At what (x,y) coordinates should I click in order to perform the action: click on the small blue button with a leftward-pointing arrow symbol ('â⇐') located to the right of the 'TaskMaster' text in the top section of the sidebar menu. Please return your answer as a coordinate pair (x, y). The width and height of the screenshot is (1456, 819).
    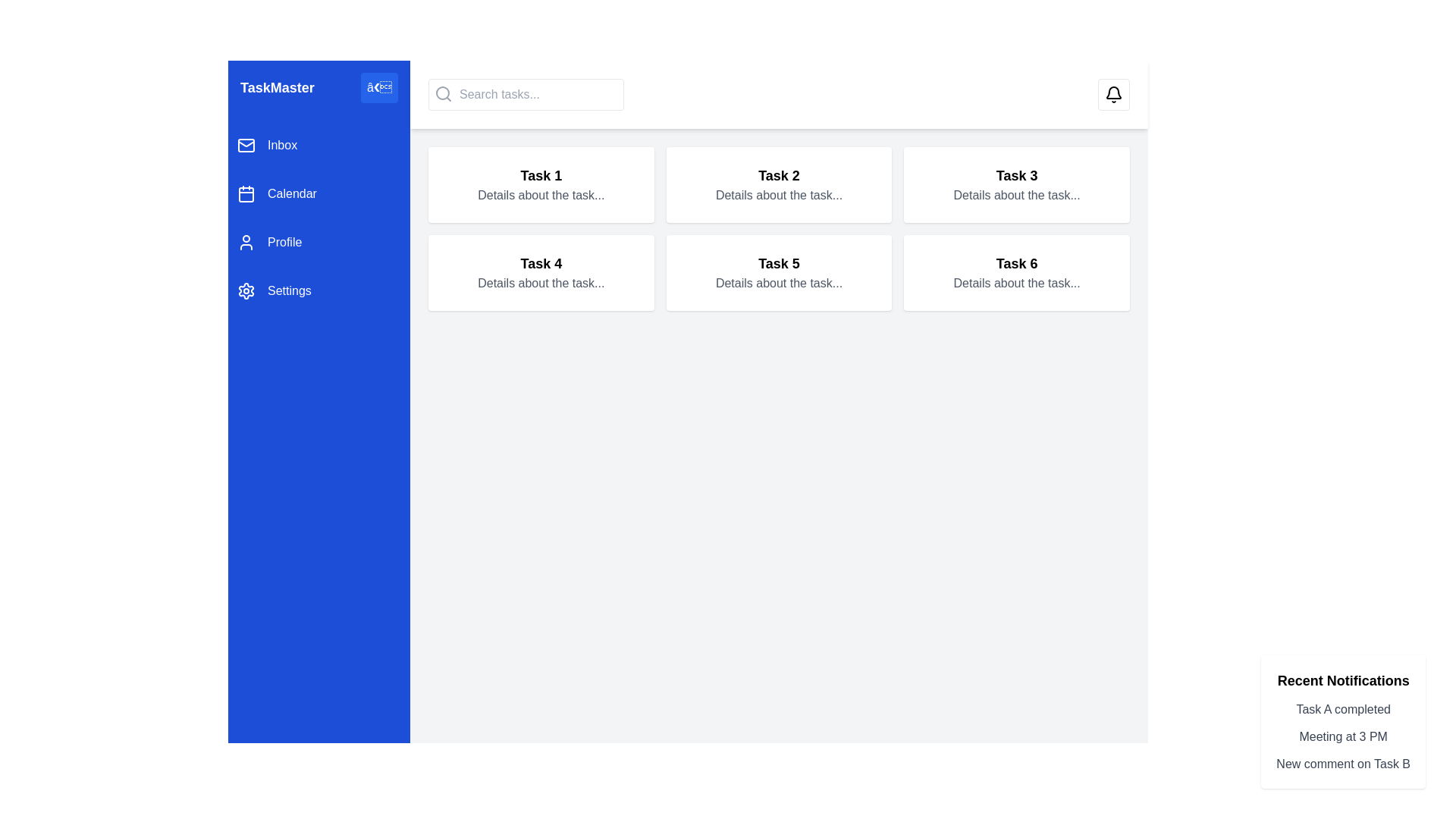
    Looking at the image, I should click on (379, 87).